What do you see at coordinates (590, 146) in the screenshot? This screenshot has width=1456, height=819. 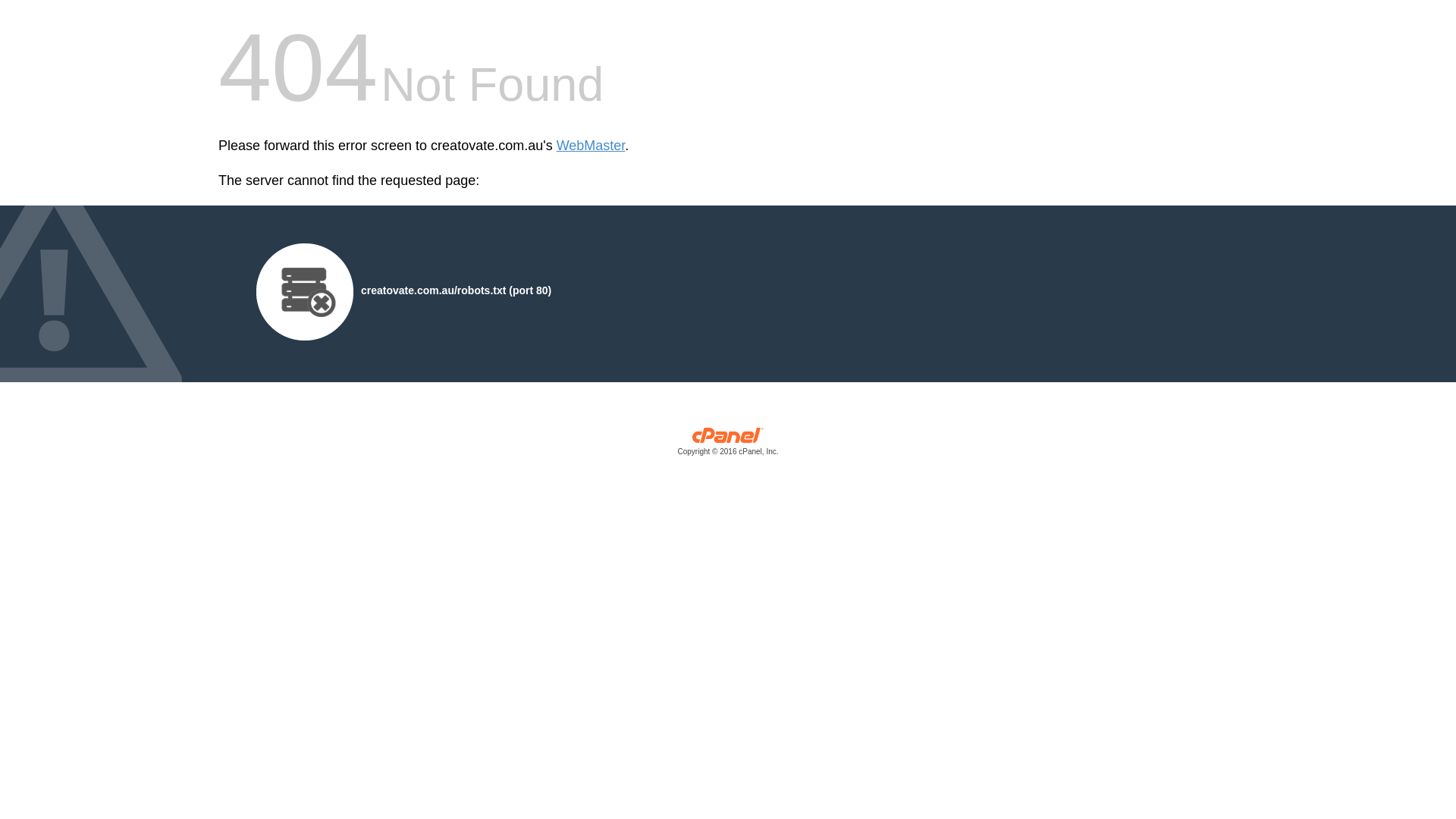 I see `'WebMaster'` at bounding box center [590, 146].